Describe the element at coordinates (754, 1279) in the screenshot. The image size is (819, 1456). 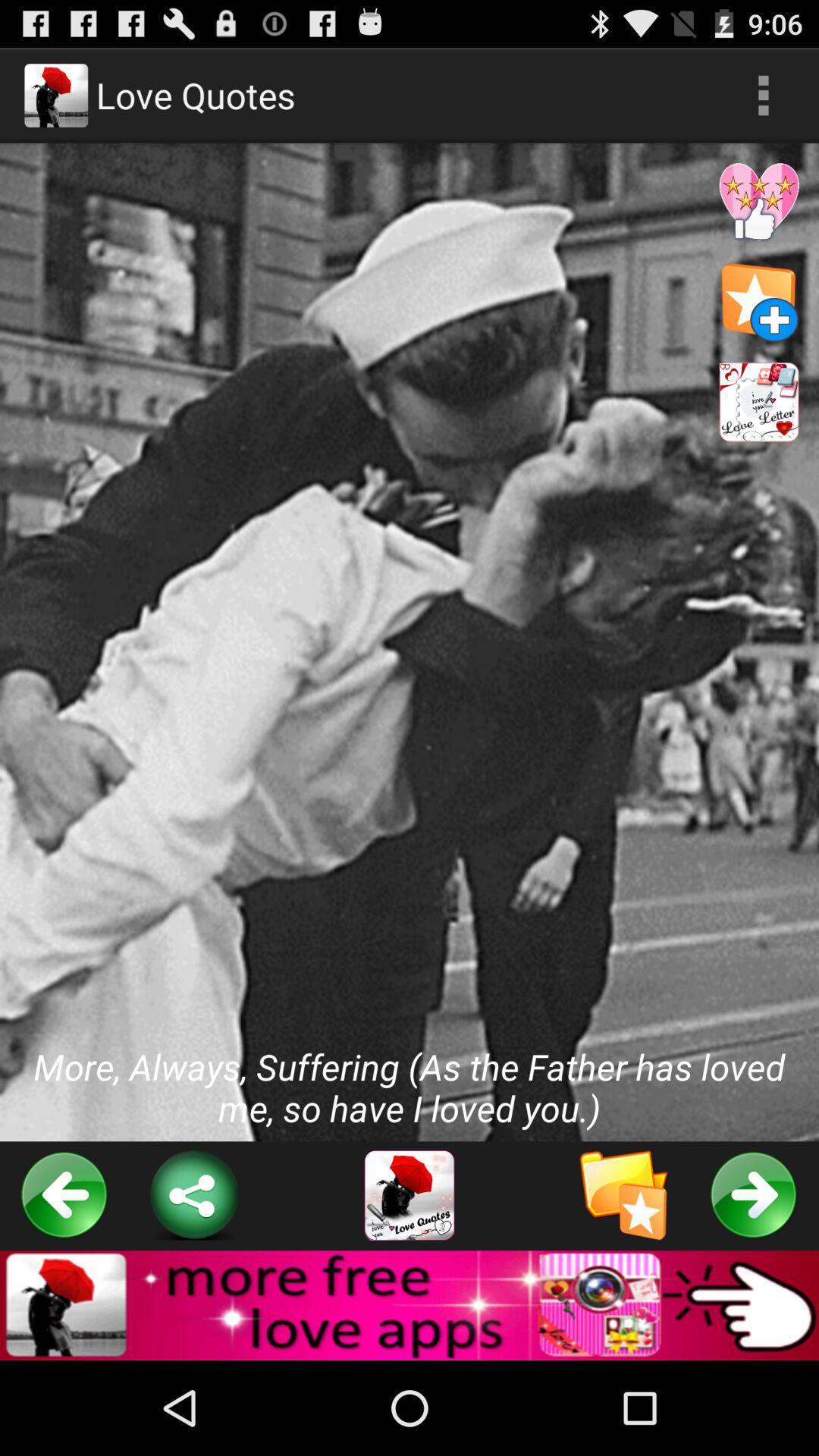
I see `the arrow_forward icon` at that location.